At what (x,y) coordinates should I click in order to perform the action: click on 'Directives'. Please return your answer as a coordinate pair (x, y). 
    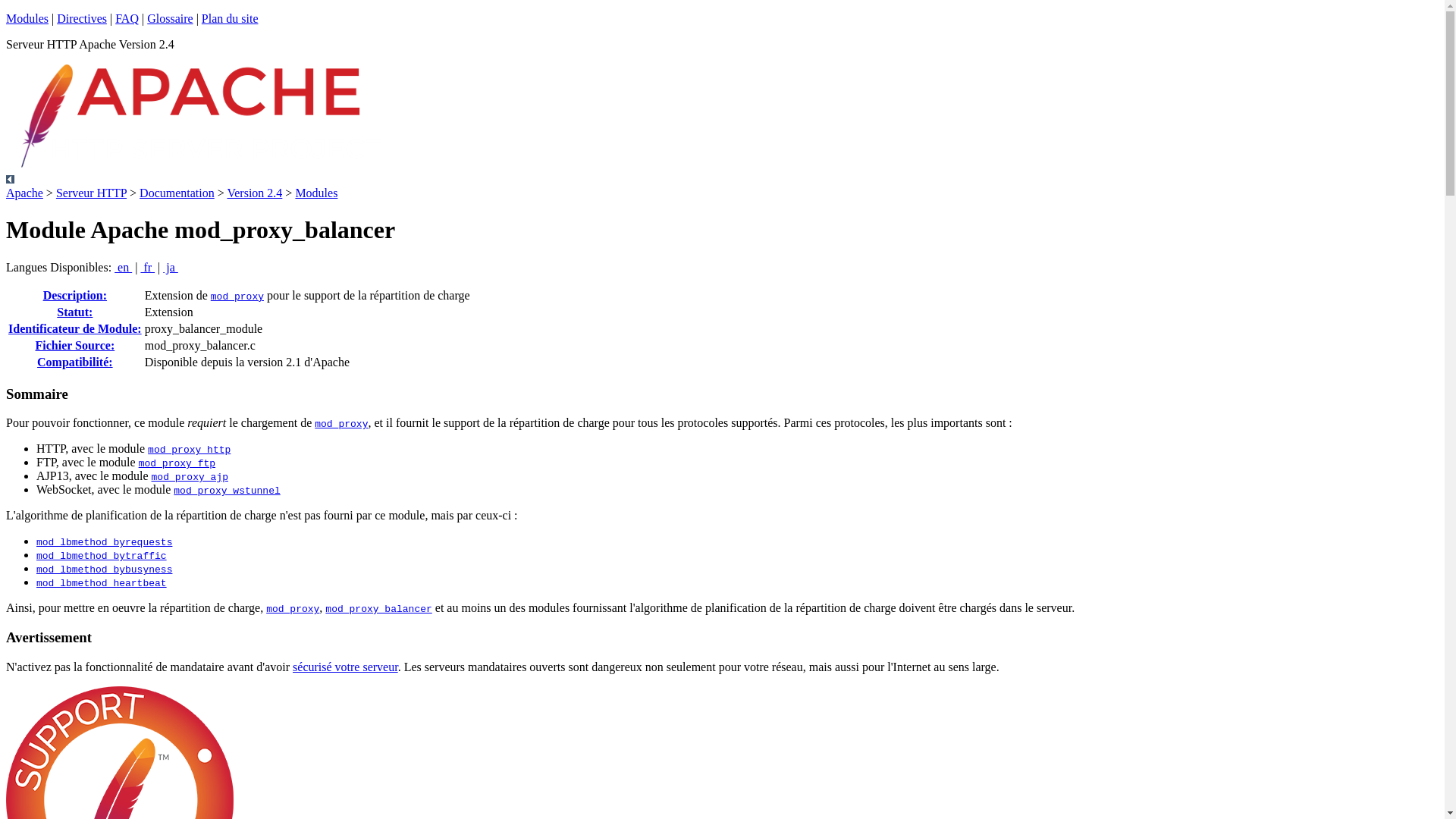
    Looking at the image, I should click on (81, 18).